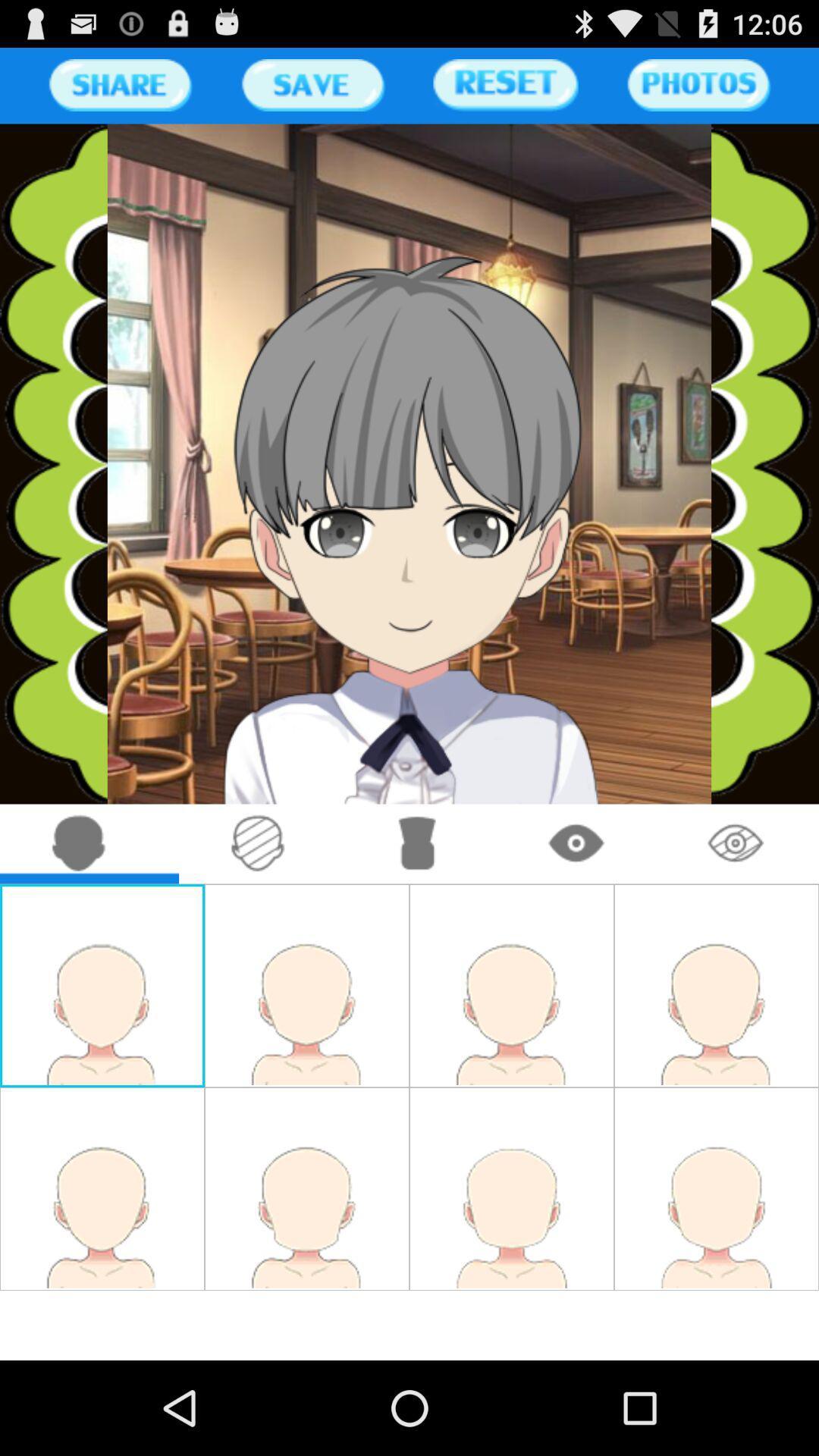 This screenshot has width=819, height=1456. Describe the element at coordinates (312, 84) in the screenshot. I see `using the file` at that location.